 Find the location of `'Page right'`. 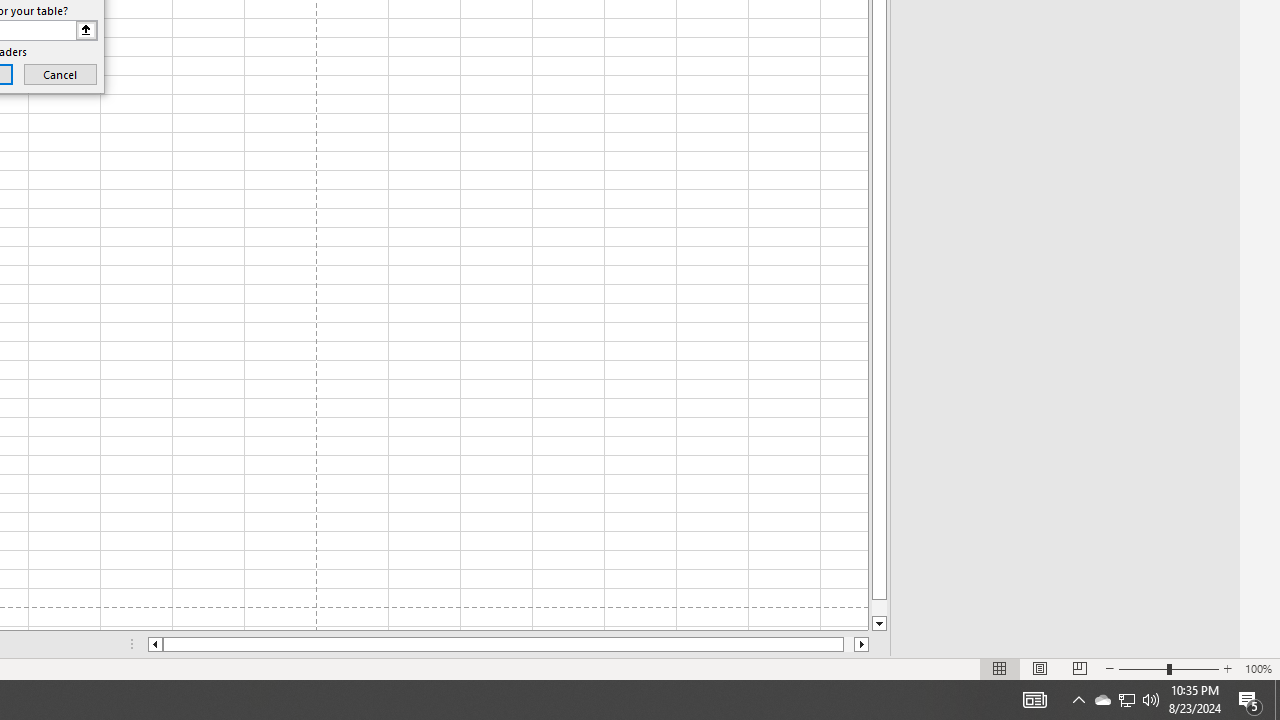

'Page right' is located at coordinates (848, 644).